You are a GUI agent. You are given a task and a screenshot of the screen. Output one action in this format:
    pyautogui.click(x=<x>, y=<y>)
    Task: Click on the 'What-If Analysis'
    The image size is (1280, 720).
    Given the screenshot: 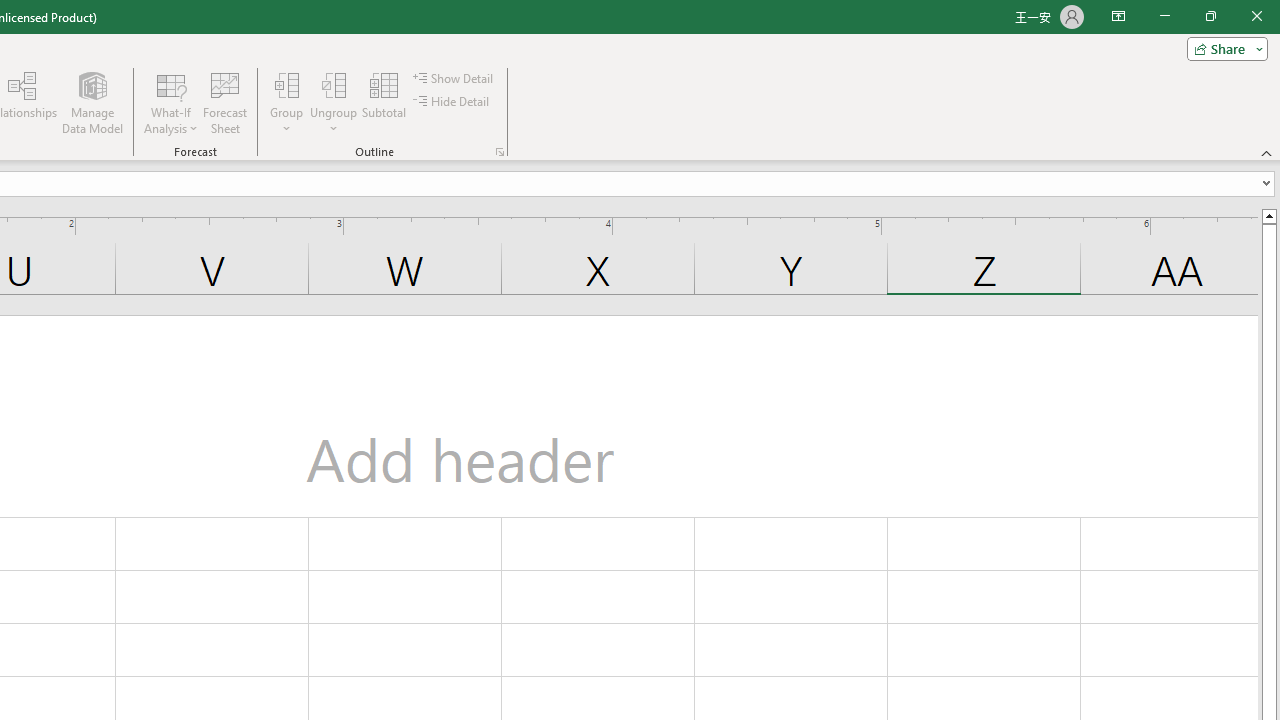 What is the action you would take?
    pyautogui.click(x=171, y=103)
    